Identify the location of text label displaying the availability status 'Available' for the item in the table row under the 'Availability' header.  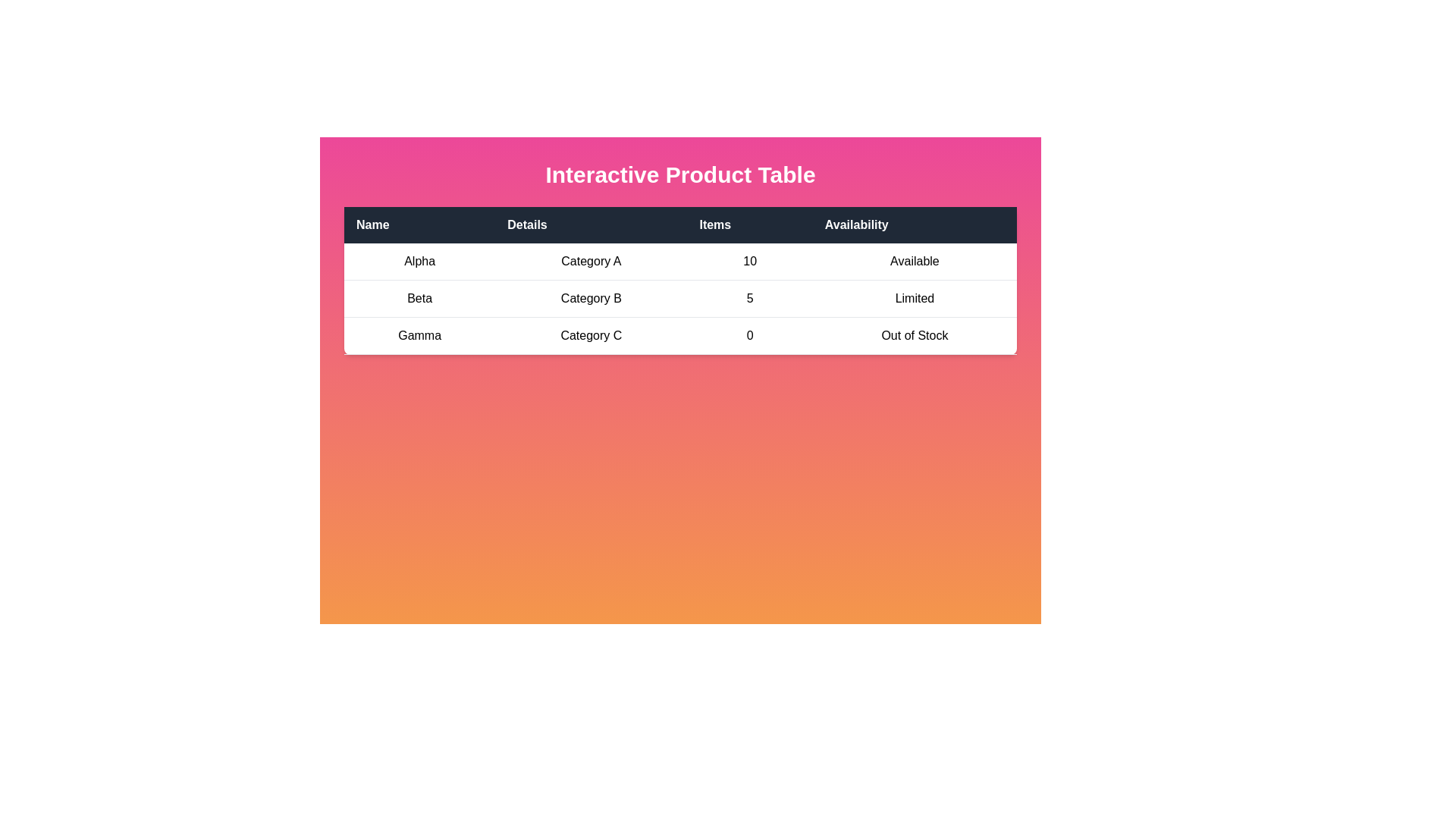
(914, 261).